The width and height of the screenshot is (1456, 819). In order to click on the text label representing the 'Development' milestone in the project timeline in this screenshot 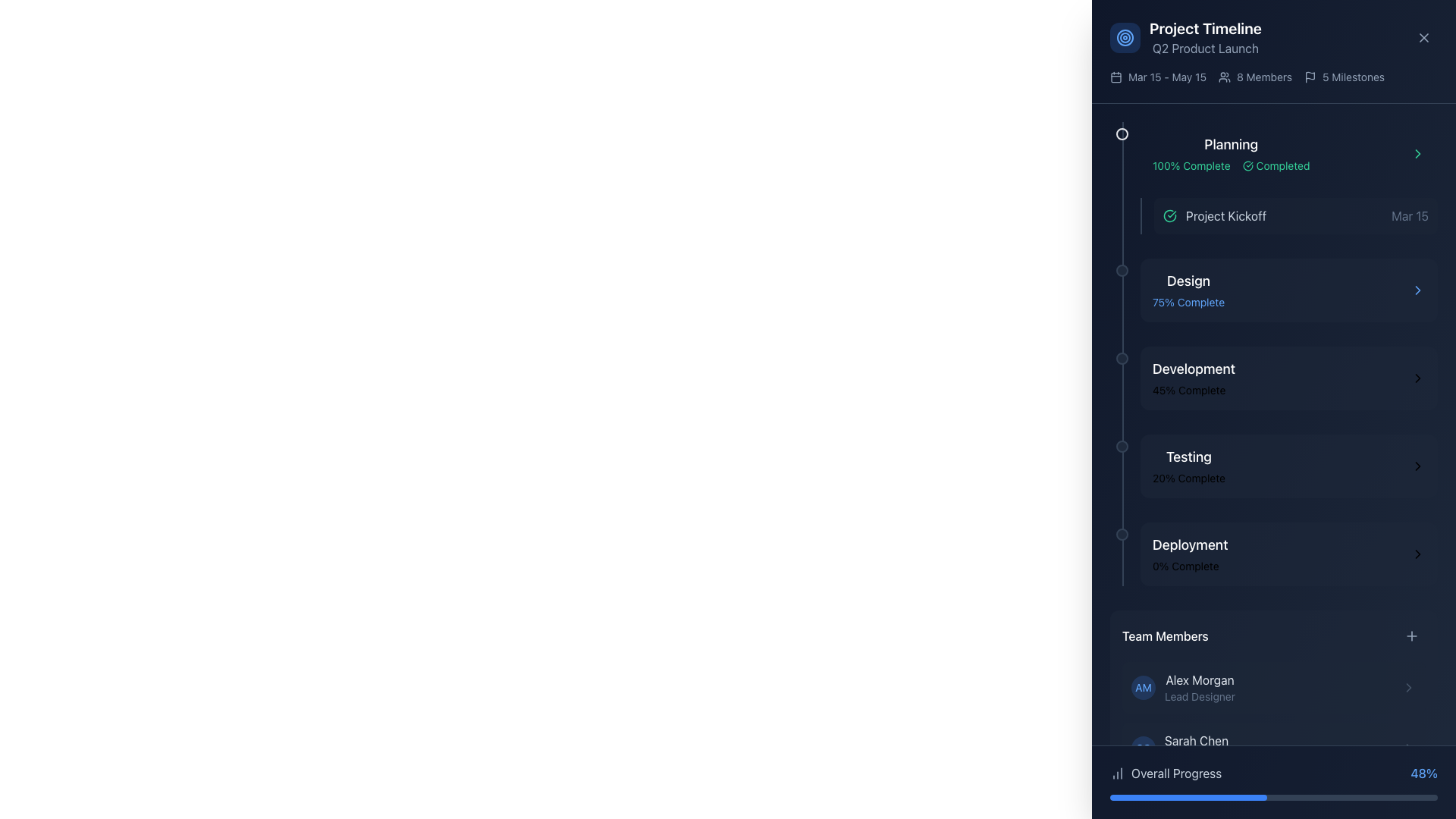, I will do `click(1193, 369)`.